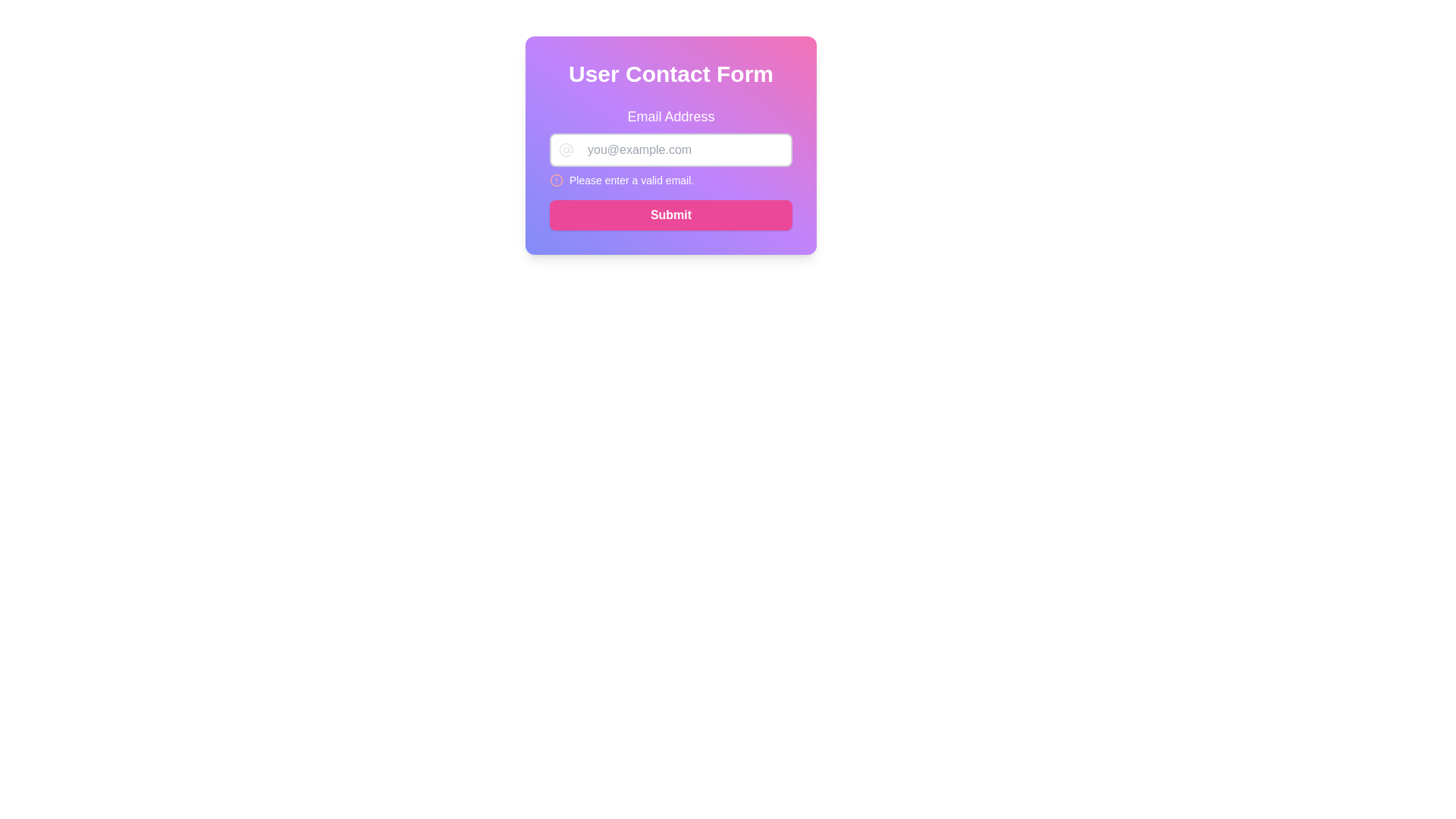  What do you see at coordinates (670, 116) in the screenshot?
I see `the Text Label that provides context for the email input field in the User Contact Form` at bounding box center [670, 116].